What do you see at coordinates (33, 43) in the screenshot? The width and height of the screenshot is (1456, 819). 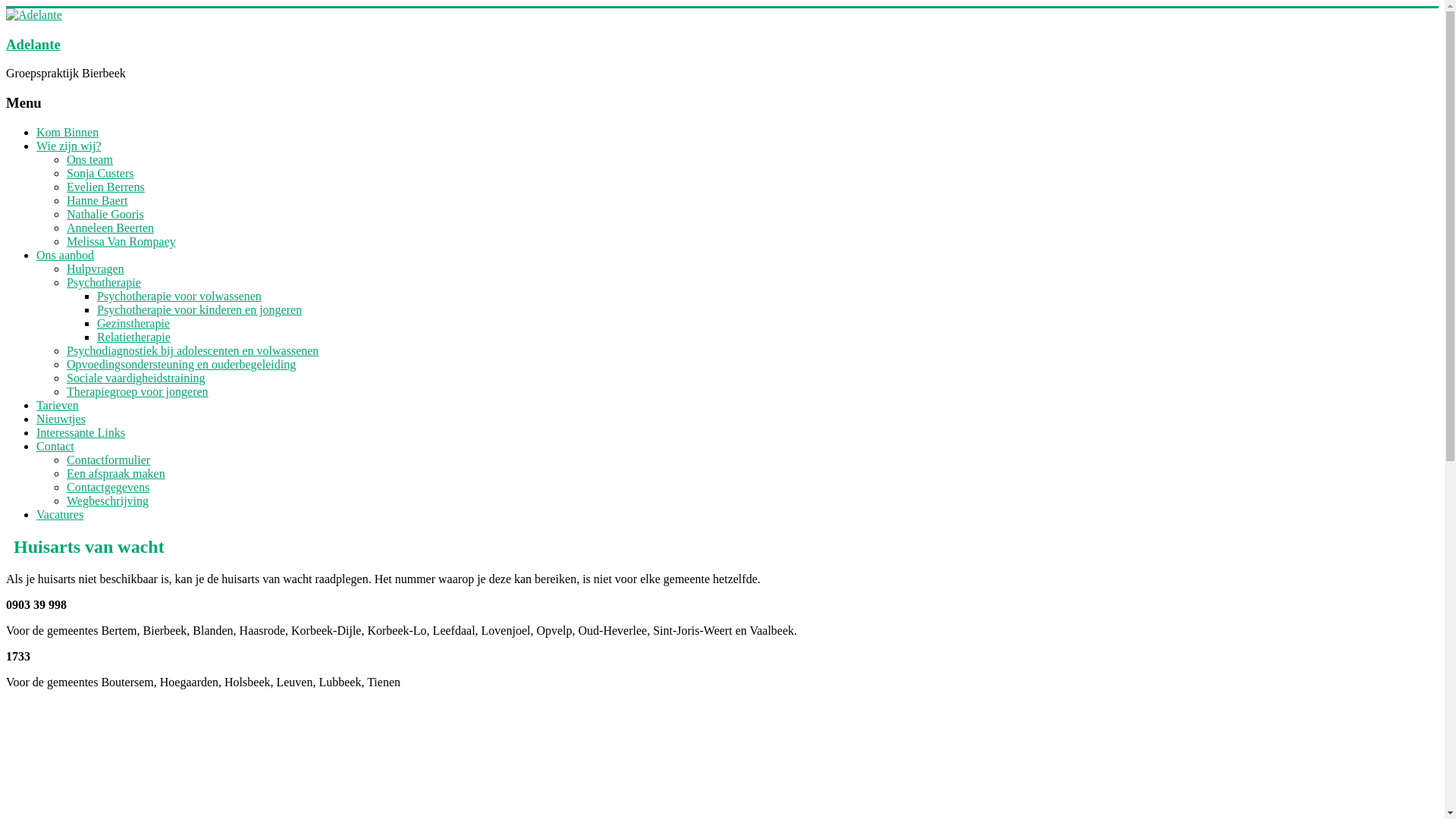 I see `'Adelante'` at bounding box center [33, 43].